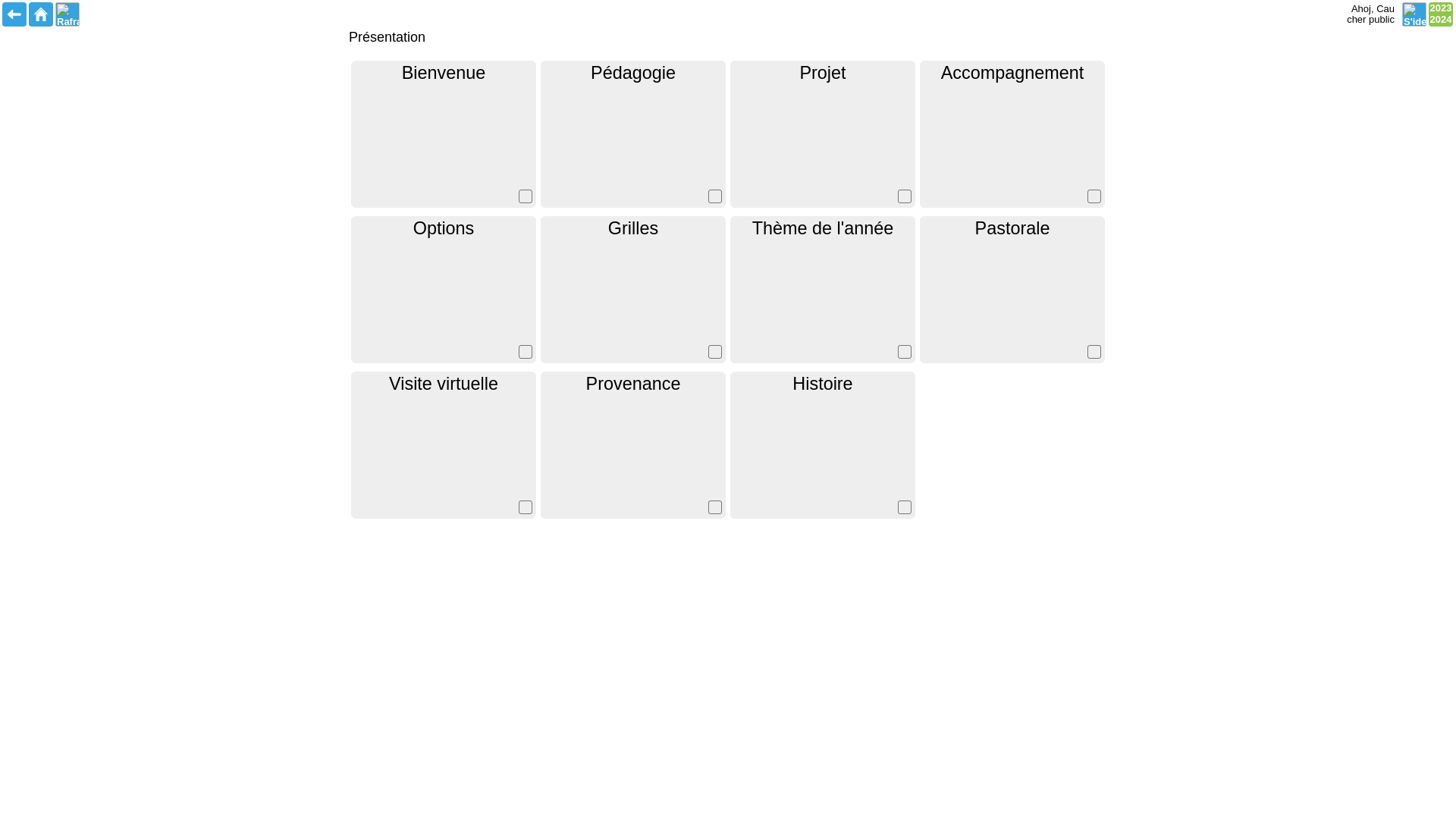  I want to click on 'Revenir sur ses pas', so click(14, 14).